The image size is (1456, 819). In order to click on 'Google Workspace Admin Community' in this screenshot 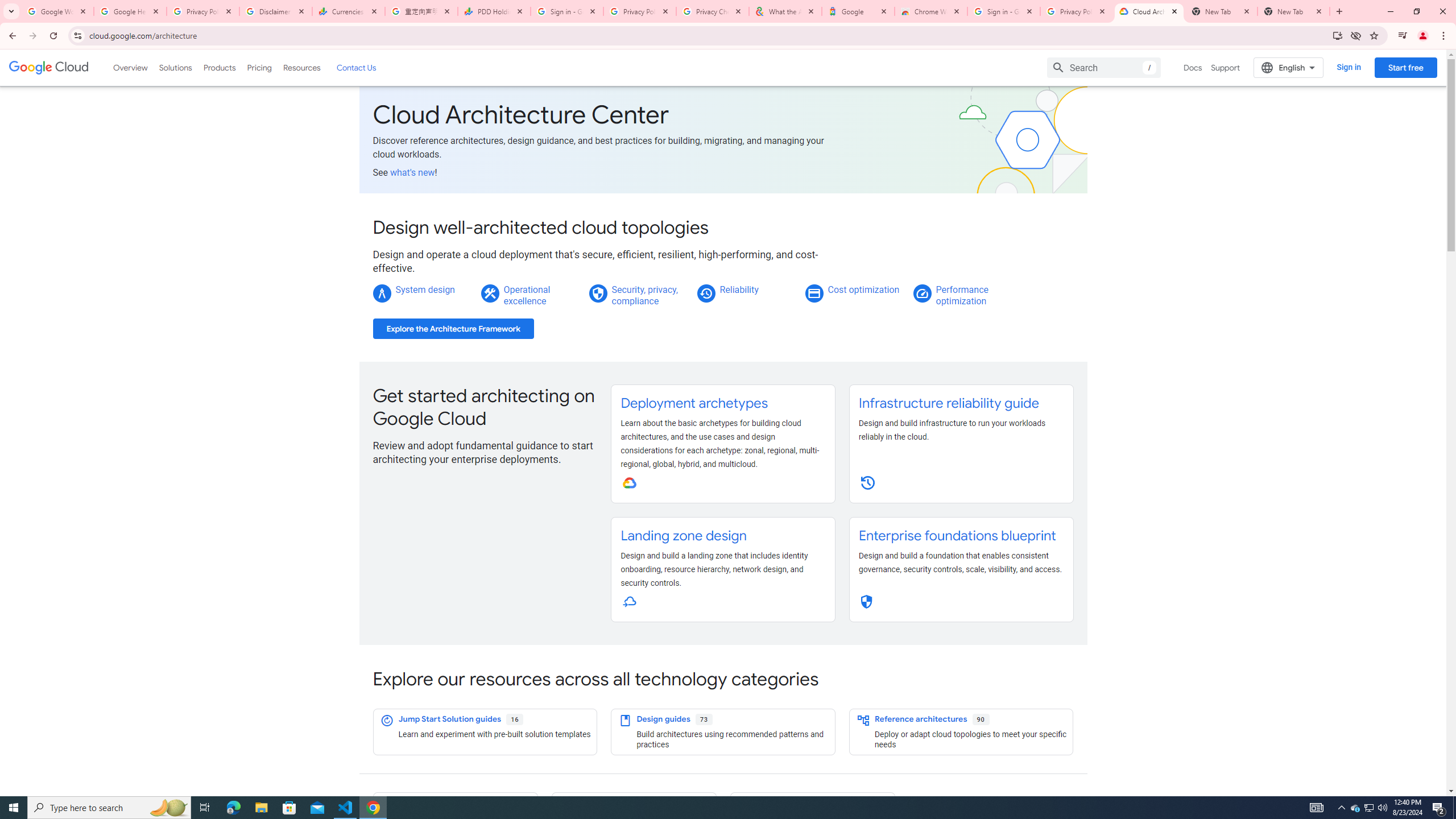, I will do `click(57, 11)`.